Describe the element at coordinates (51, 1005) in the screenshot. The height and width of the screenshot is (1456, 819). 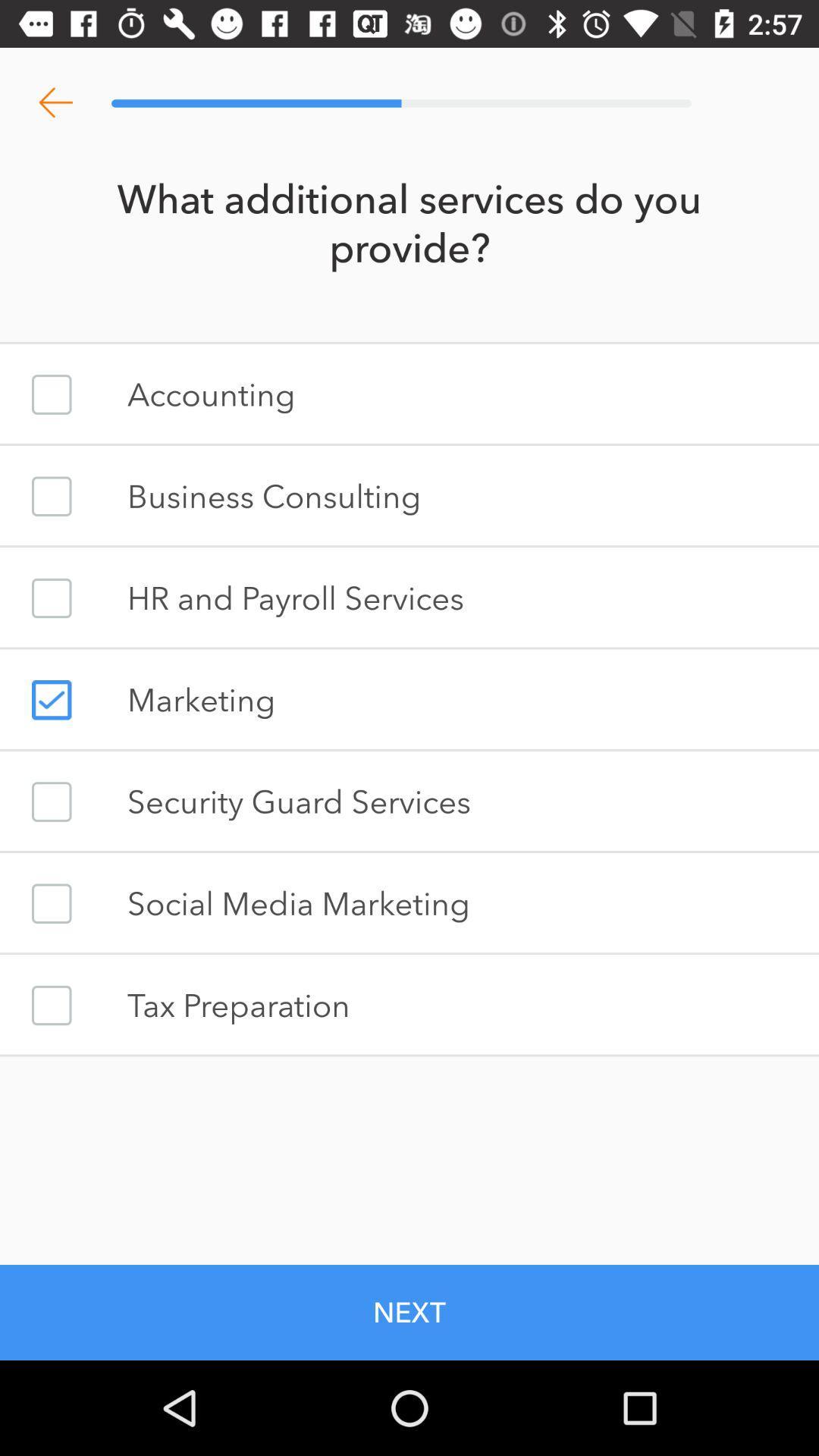
I see `check tax preparation option` at that location.